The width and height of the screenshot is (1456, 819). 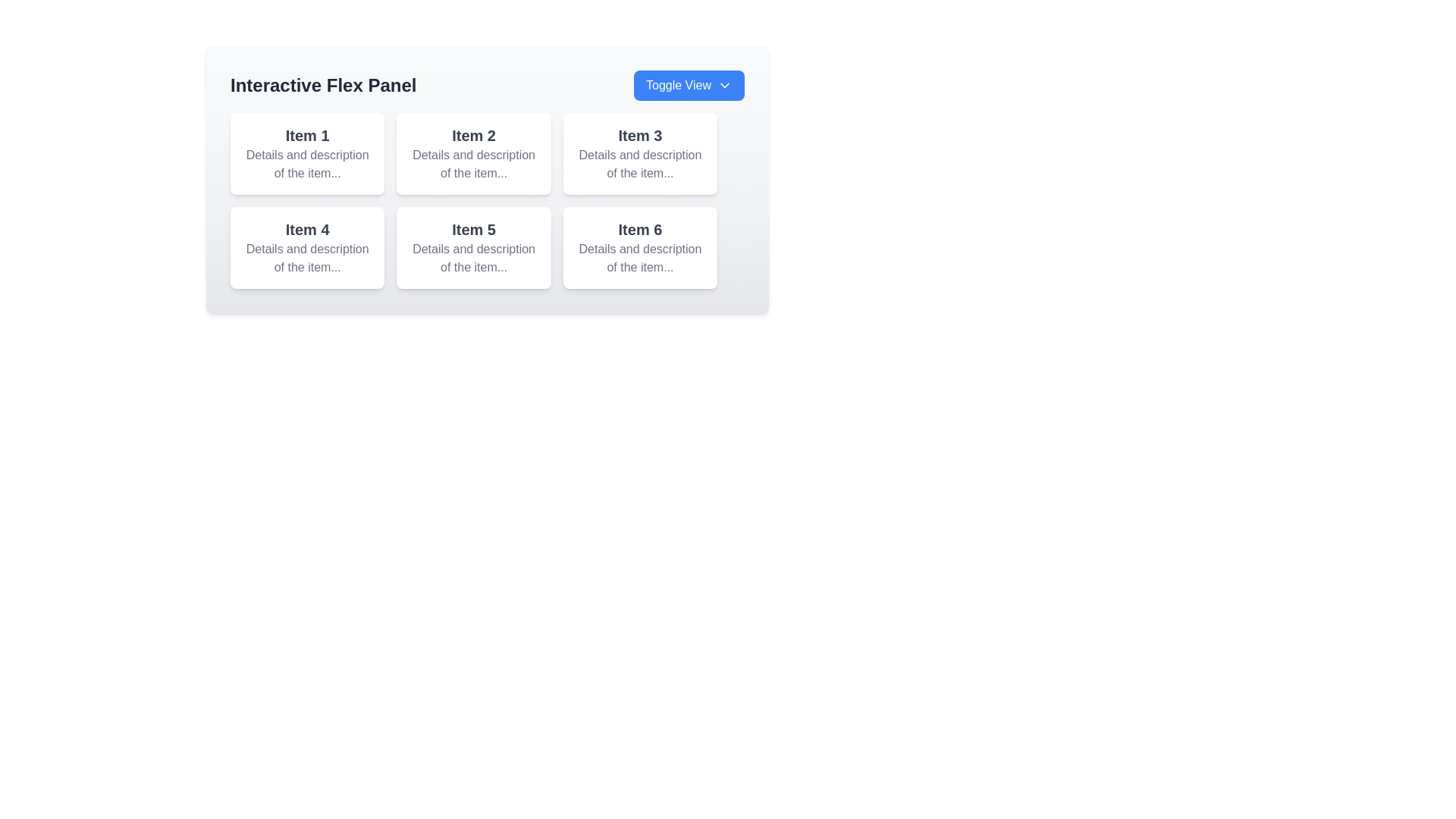 What do you see at coordinates (306, 164) in the screenshot?
I see `the text label that says 'Details and description of the item...' which is styled in gray and located under the title 'Item 1' within the first card of the grid layout` at bounding box center [306, 164].